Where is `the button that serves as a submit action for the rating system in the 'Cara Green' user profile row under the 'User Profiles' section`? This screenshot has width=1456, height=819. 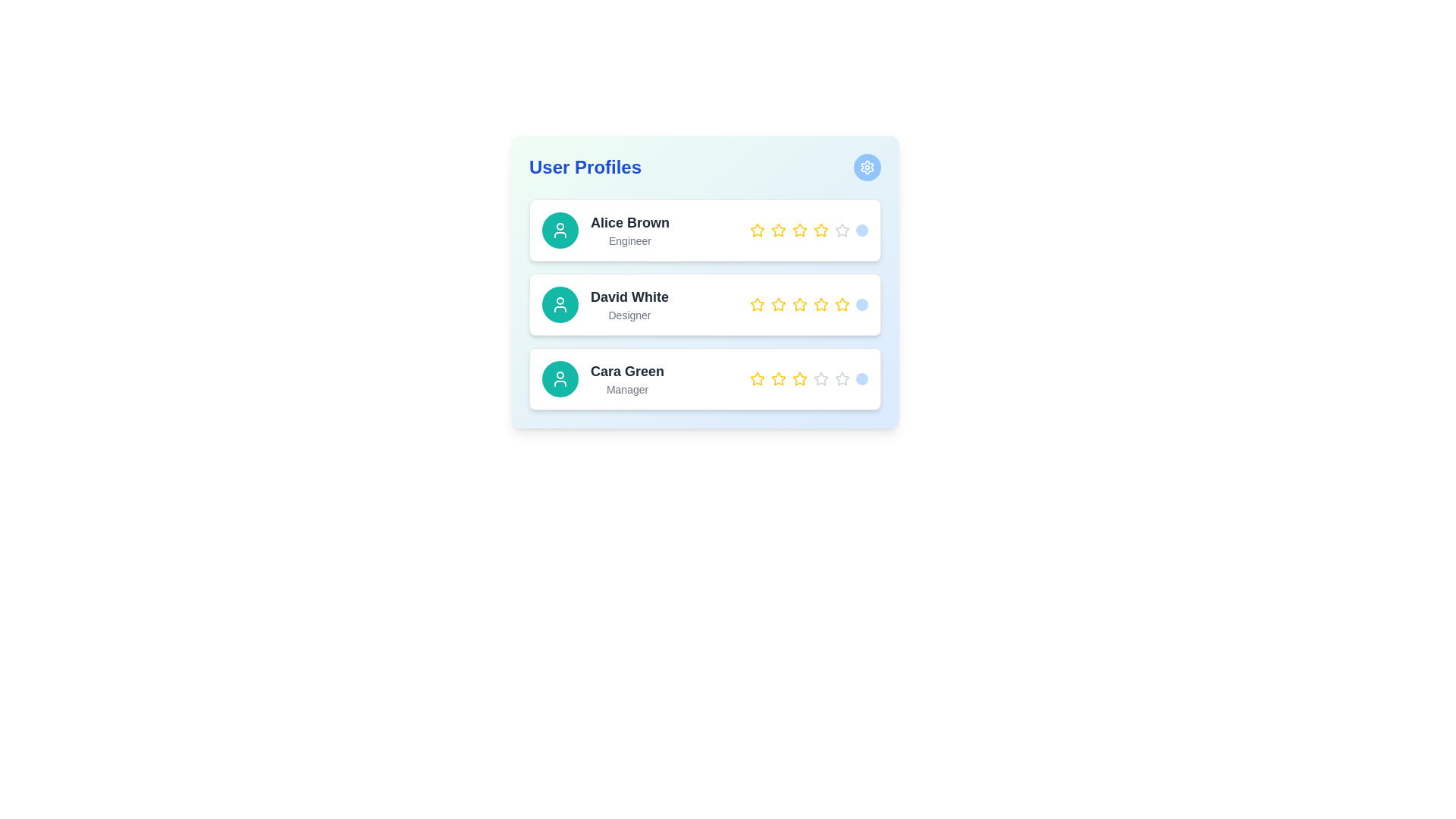 the button that serves as a submit action for the rating system in the 'Cara Green' user profile row under the 'User Profiles' section is located at coordinates (862, 378).